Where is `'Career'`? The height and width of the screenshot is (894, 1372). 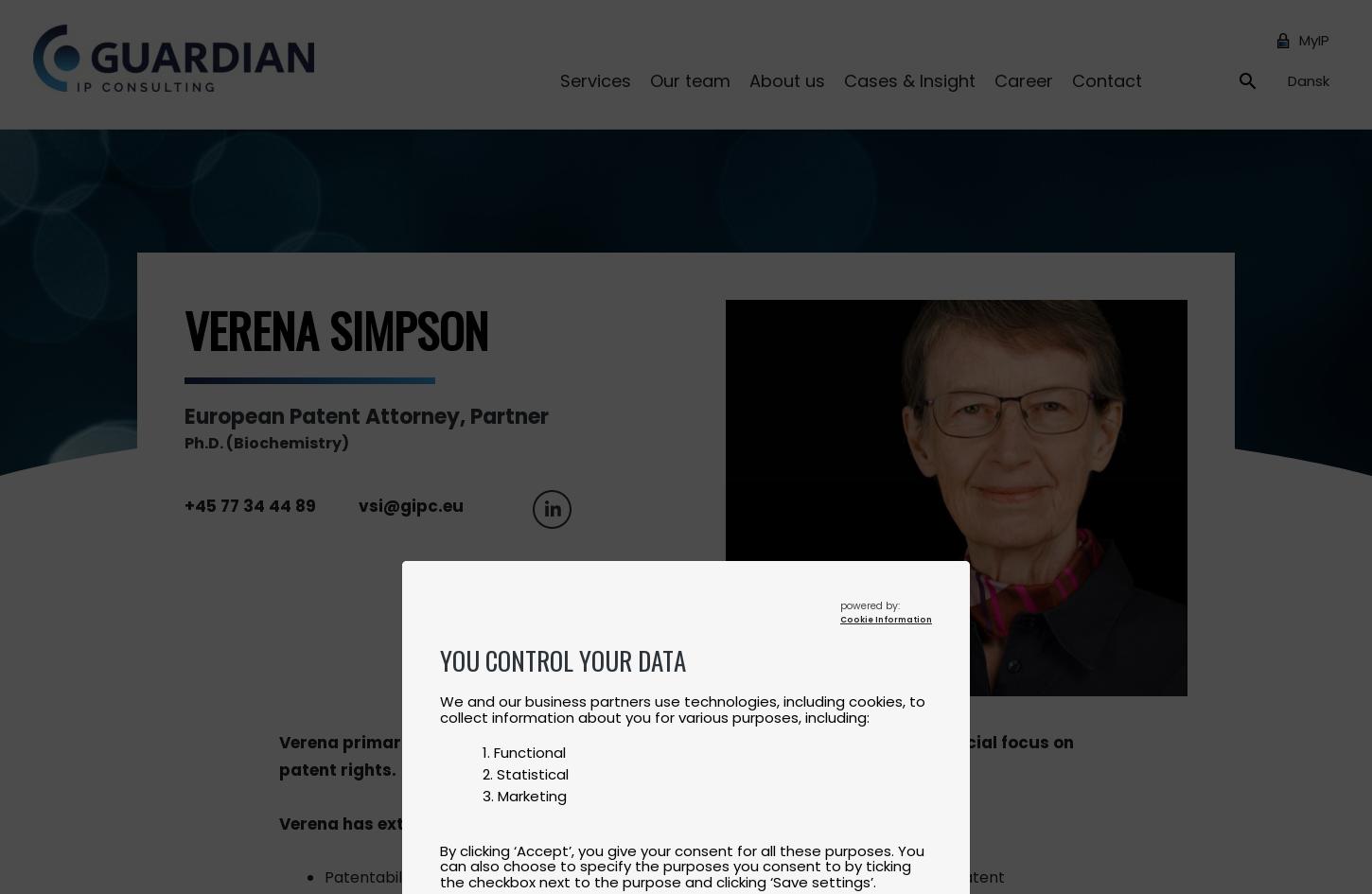
'Career' is located at coordinates (1023, 79).